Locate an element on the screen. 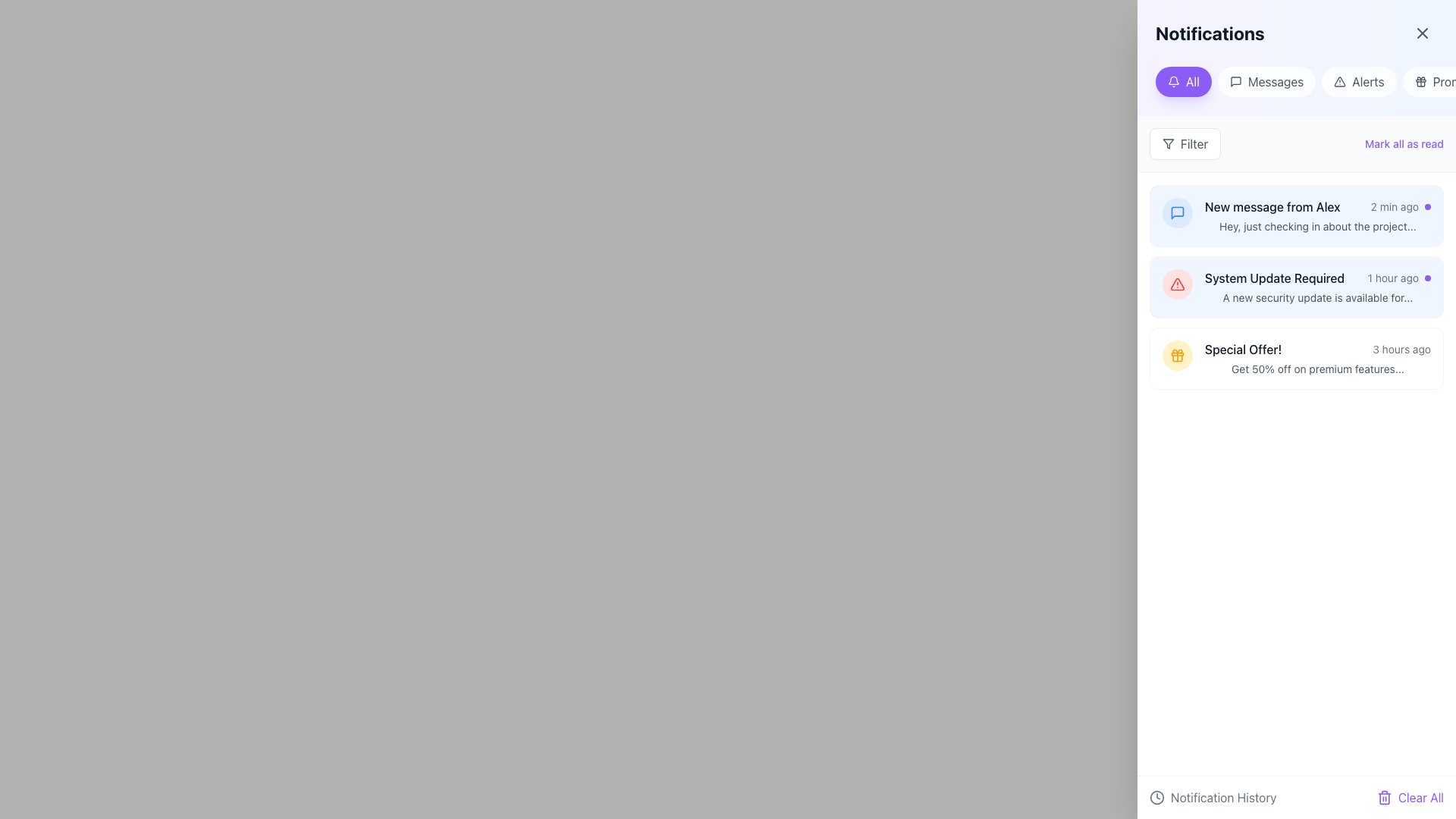  the 'Alerts' button located in the top section of the 'Notifications' panel is located at coordinates (1359, 82).